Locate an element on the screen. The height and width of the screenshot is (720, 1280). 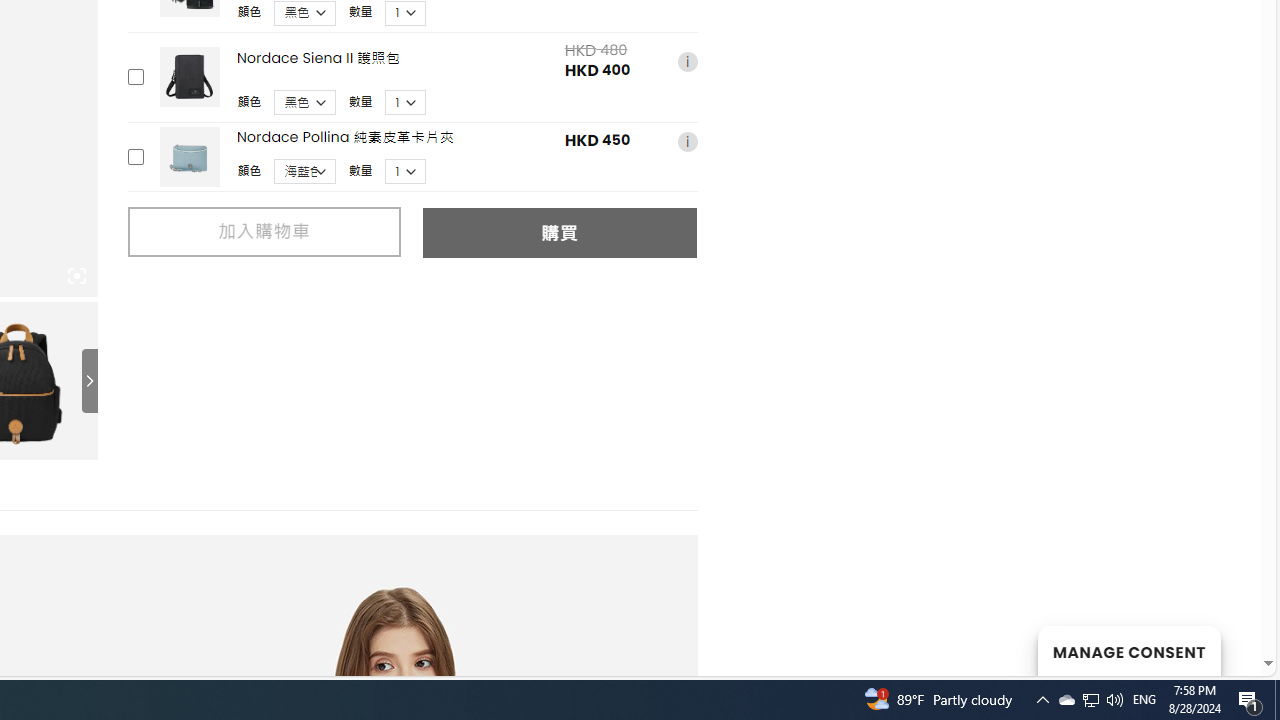
'Class: iconic-woothumbs-fullscreen' is located at coordinates (76, 276).